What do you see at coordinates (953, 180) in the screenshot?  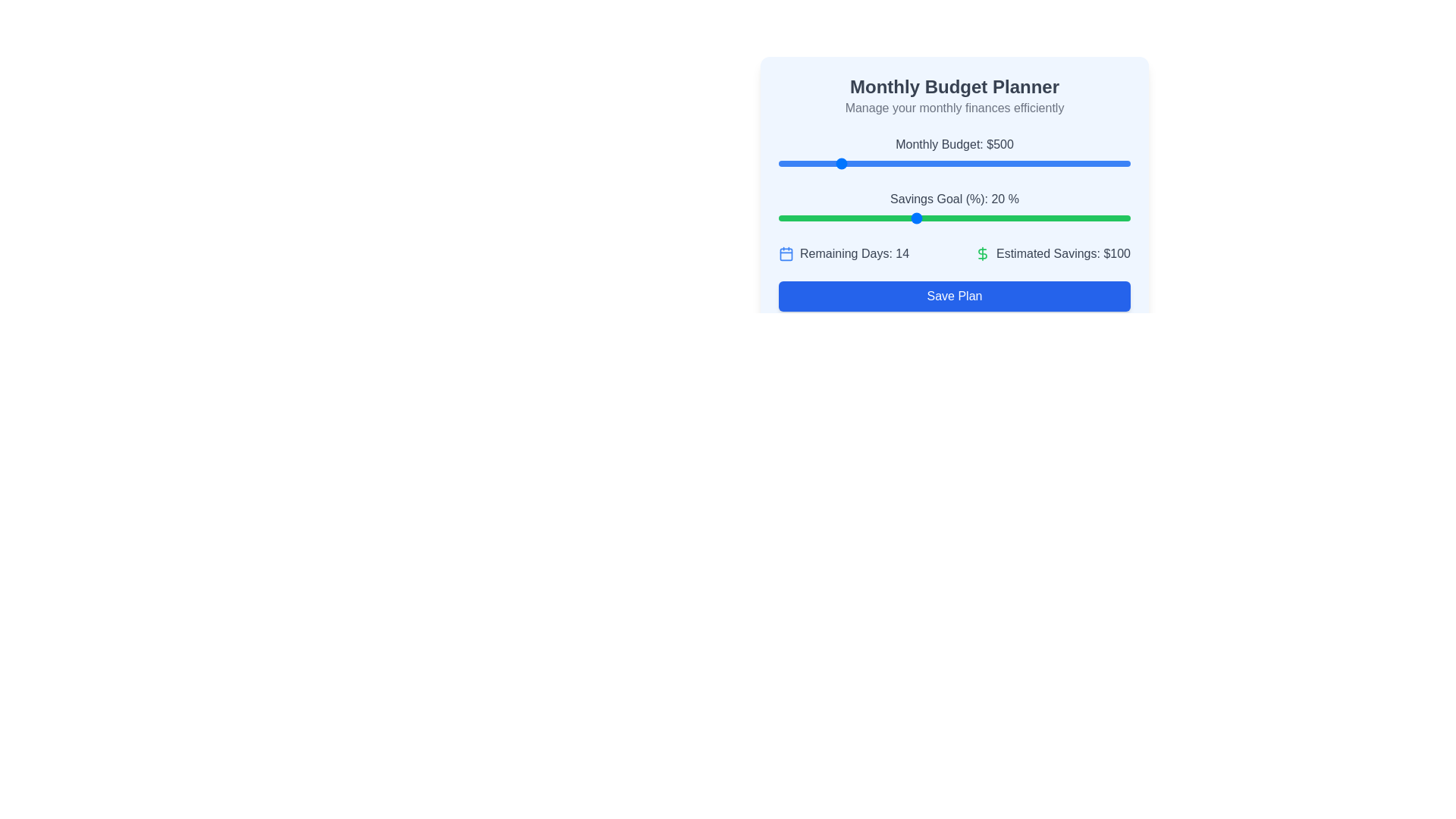 I see `the values displayed in the labels 'Monthly Budget: $500' and 'Savings Goal (%): 20 %' located above the blue and green sliders respectively` at bounding box center [953, 180].